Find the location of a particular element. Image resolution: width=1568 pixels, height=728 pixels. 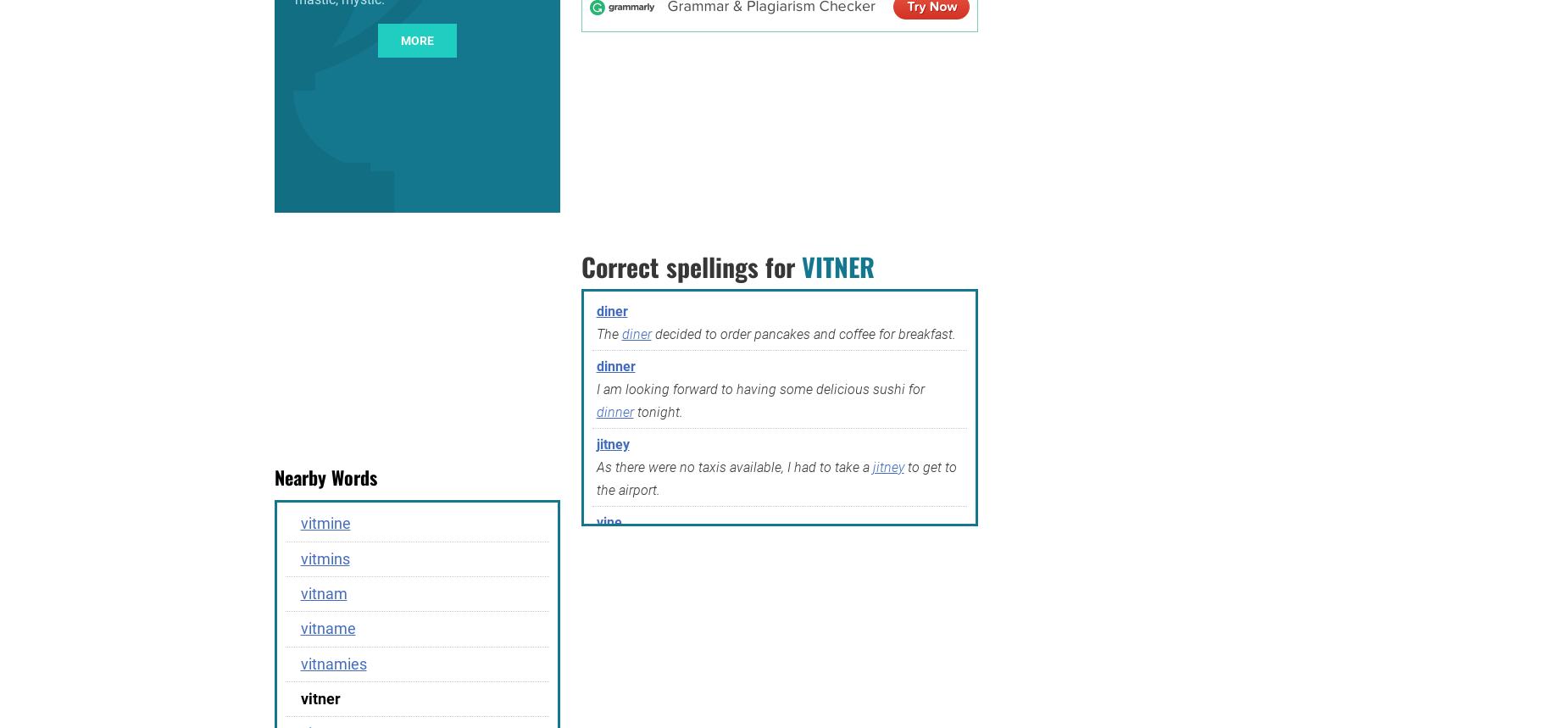

'to get to the airport.' is located at coordinates (776, 477).